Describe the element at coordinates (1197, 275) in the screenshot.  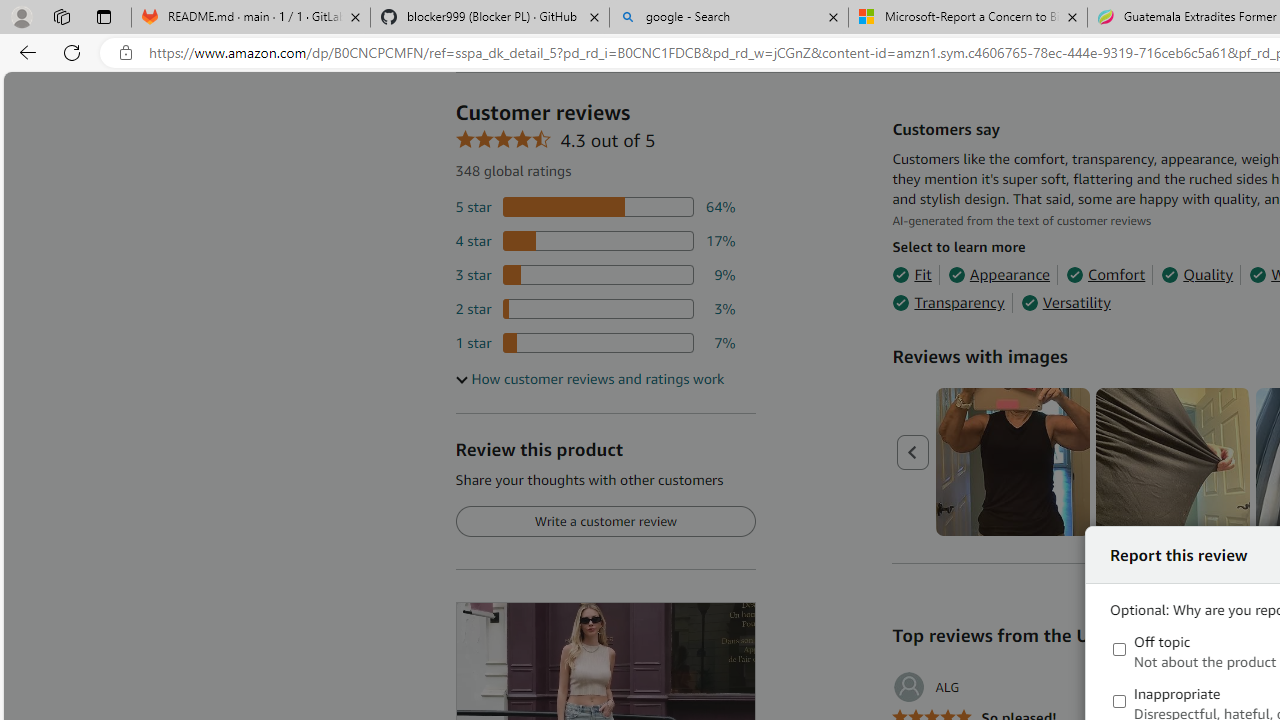
I see `'Quality'` at that location.